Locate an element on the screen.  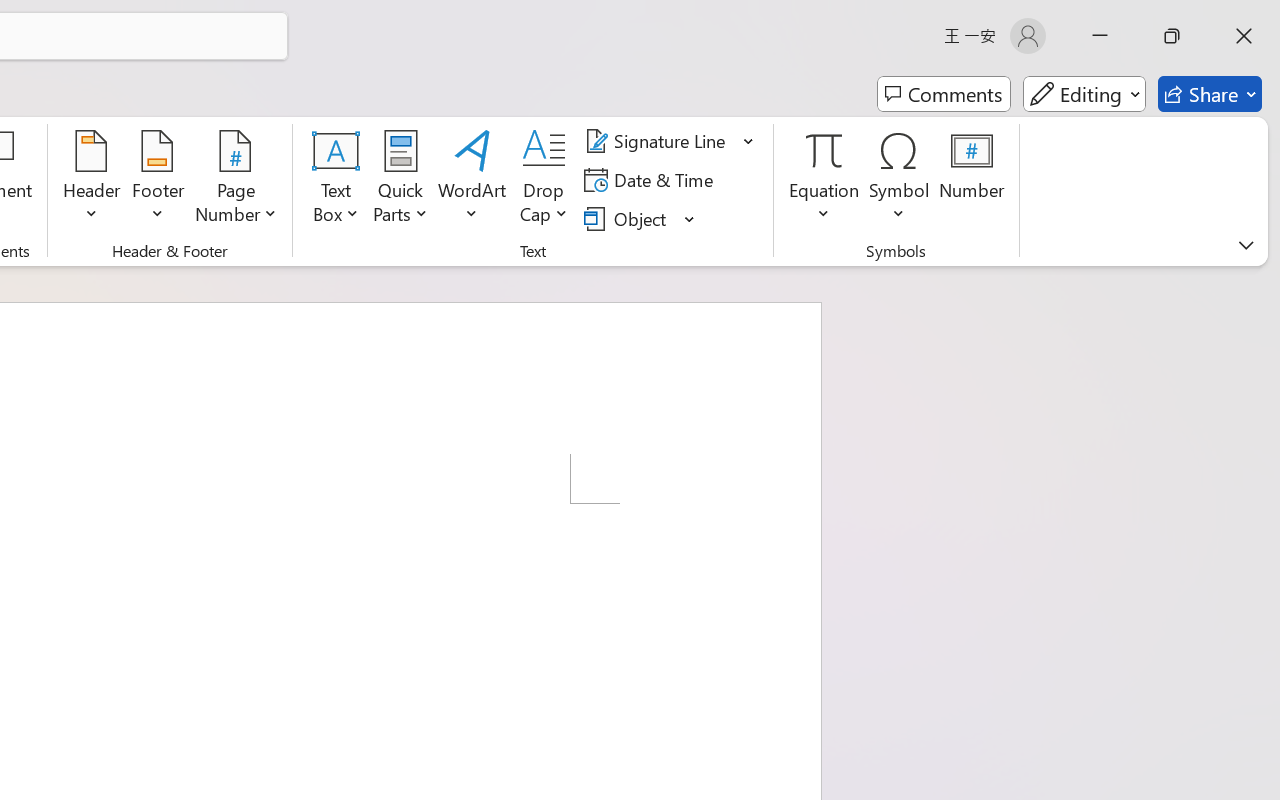
'Share' is located at coordinates (1209, 94).